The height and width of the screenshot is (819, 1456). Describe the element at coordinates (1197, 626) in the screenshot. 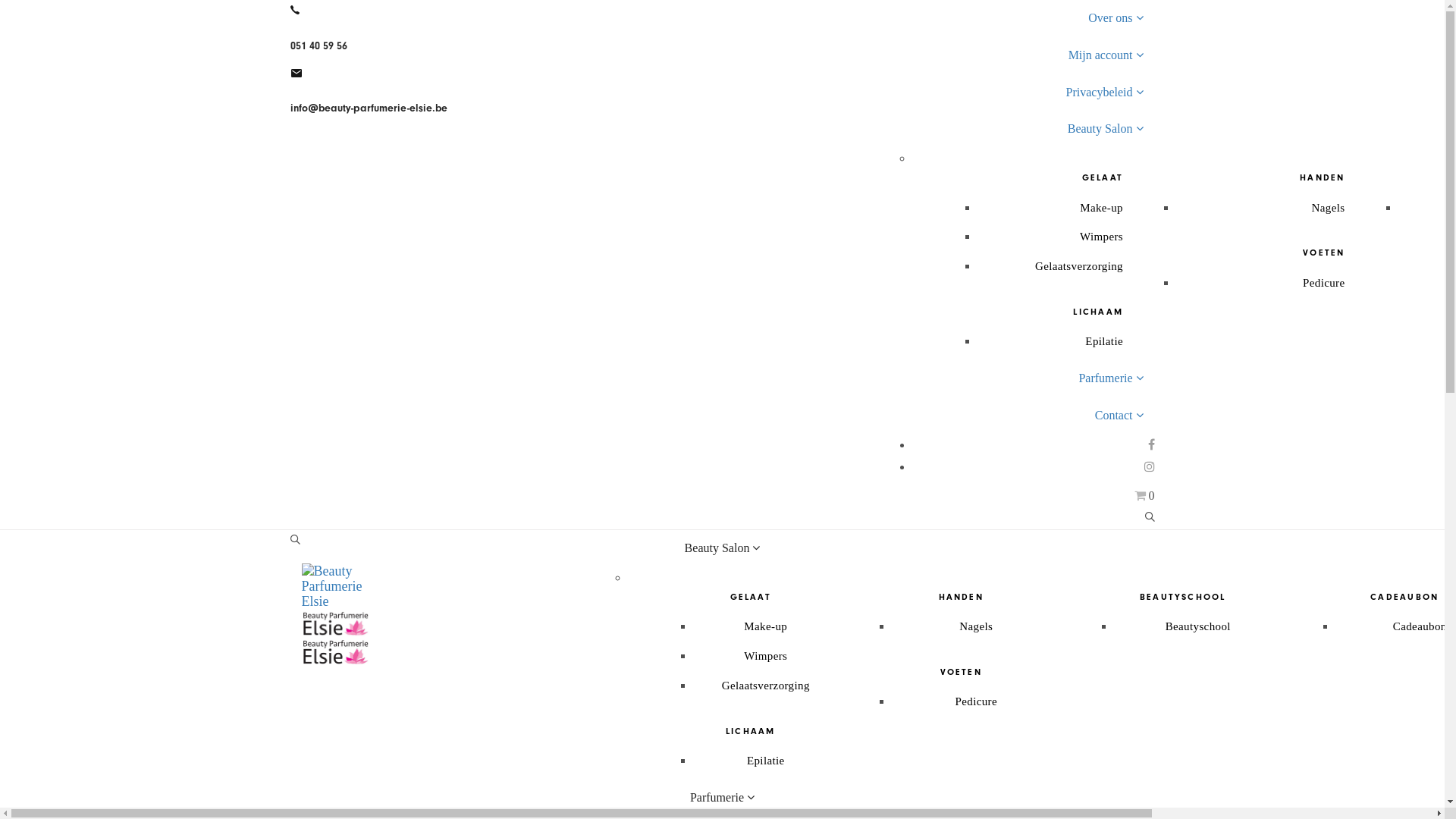

I see `'Beautyschool'` at that location.